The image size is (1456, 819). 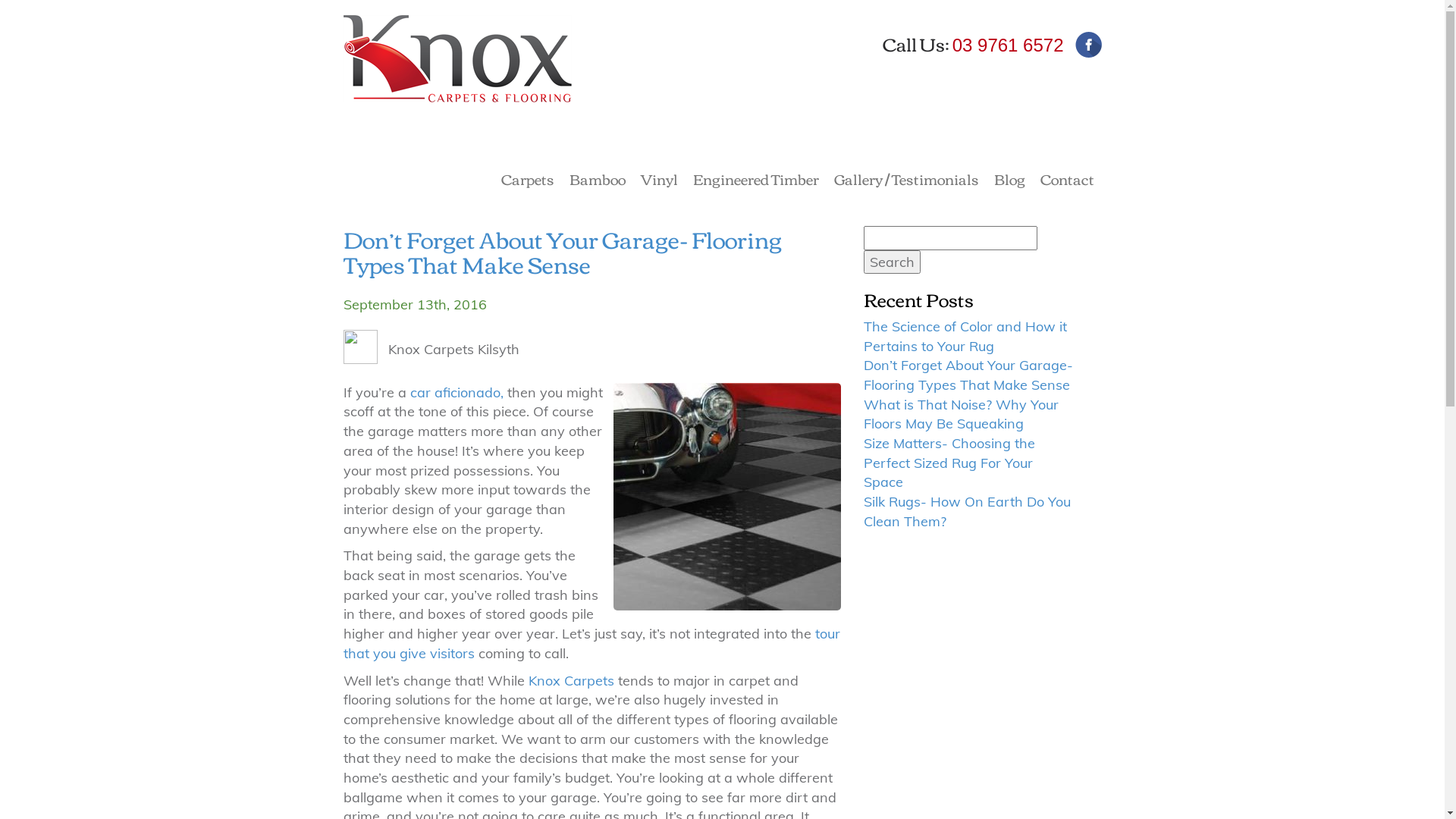 What do you see at coordinates (527, 180) in the screenshot?
I see `'Carpets'` at bounding box center [527, 180].